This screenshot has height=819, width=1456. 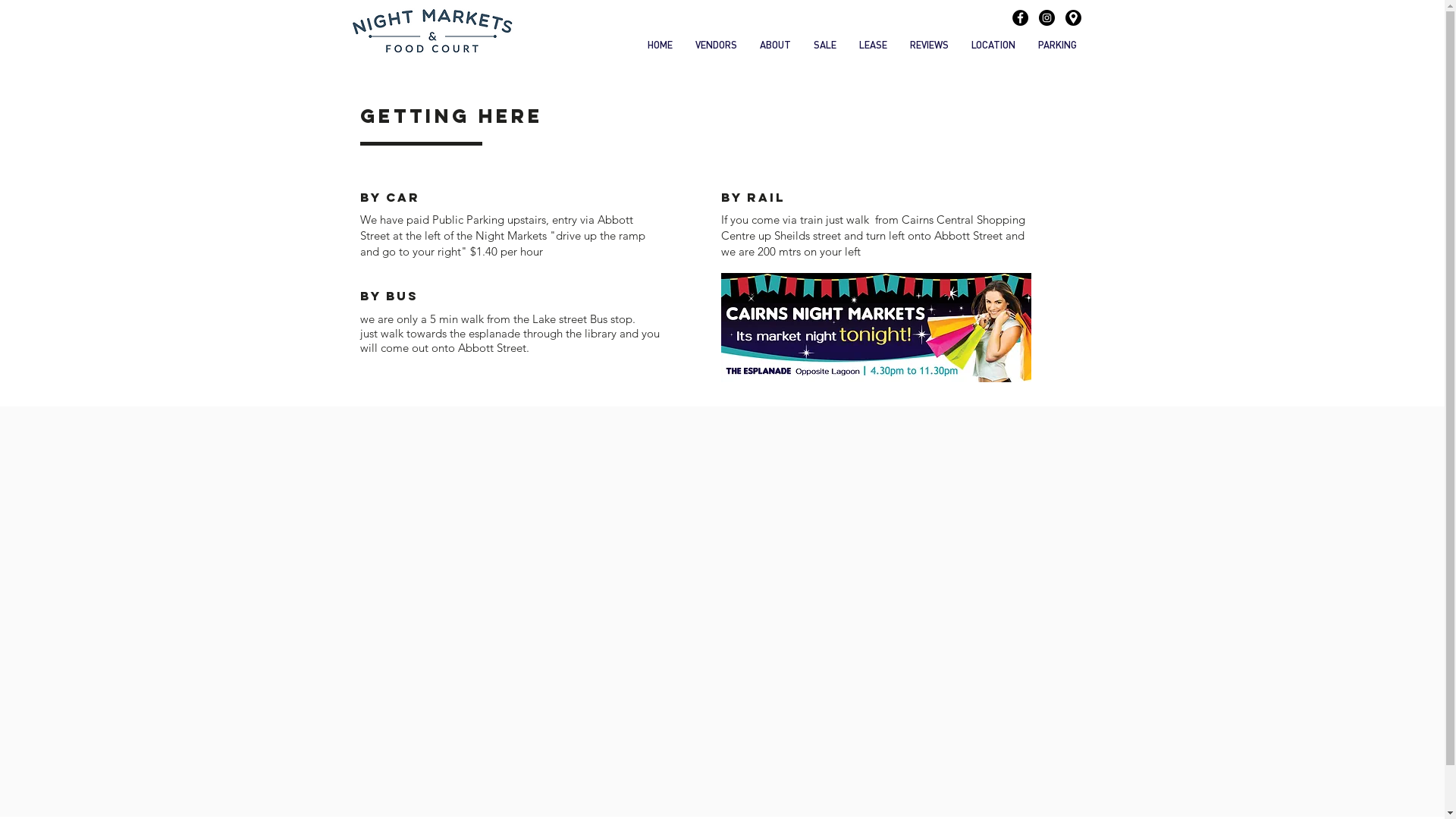 I want to click on 'VENDORS', so click(x=715, y=43).